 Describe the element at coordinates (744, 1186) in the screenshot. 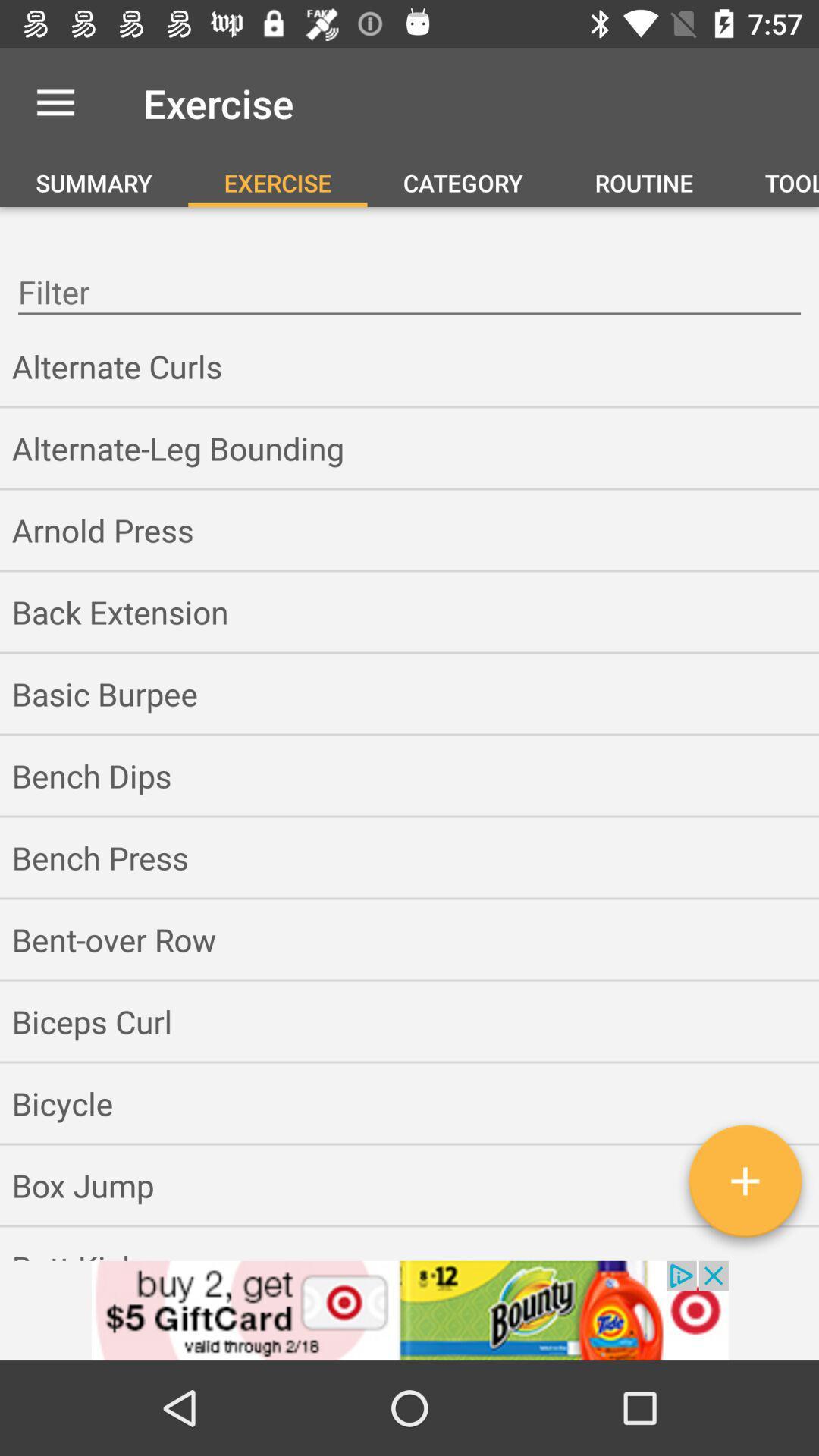

I see `exercise` at that location.